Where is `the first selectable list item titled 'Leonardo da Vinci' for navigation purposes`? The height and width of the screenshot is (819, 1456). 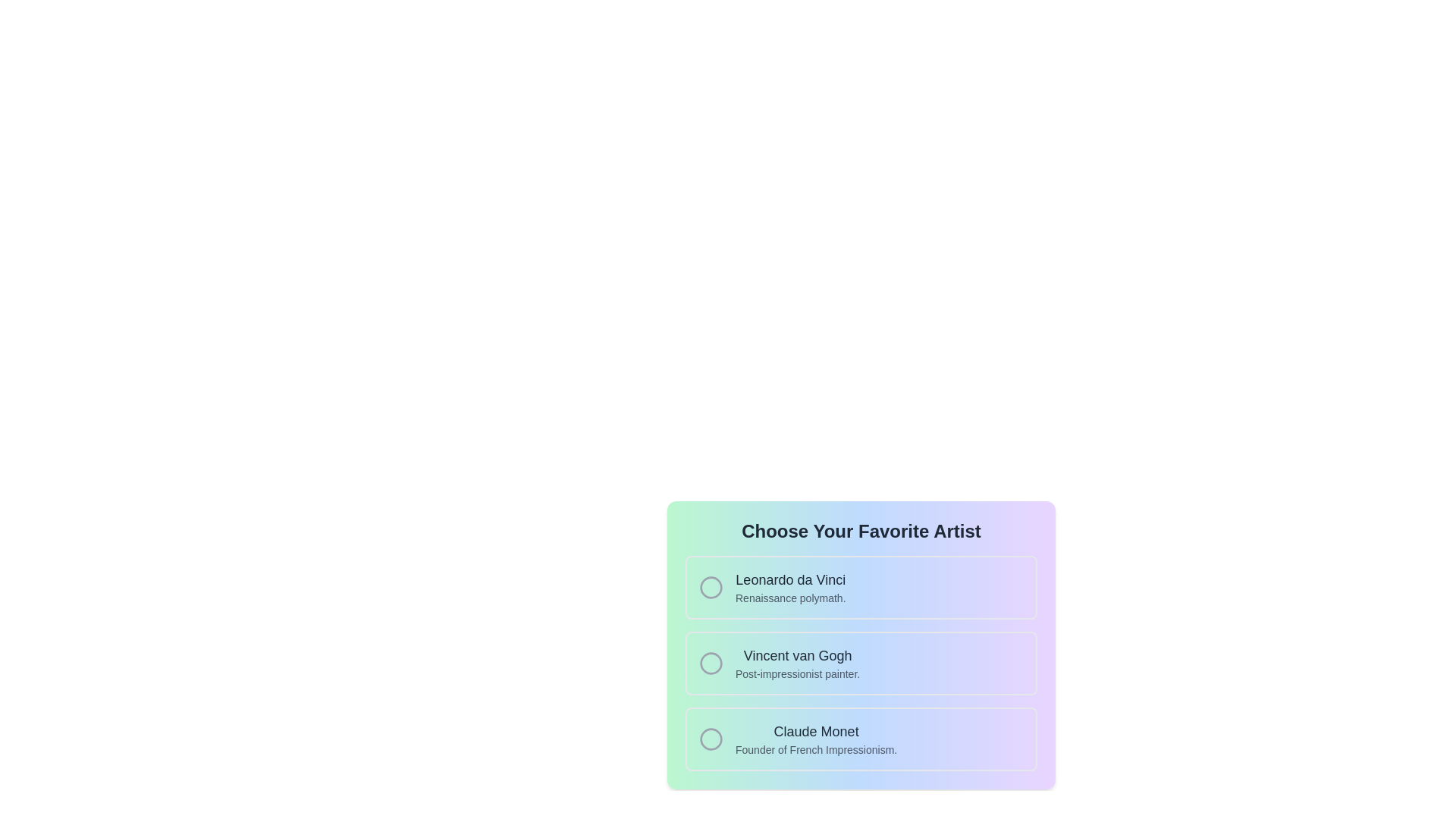 the first selectable list item titled 'Leonardo da Vinci' for navigation purposes is located at coordinates (861, 587).